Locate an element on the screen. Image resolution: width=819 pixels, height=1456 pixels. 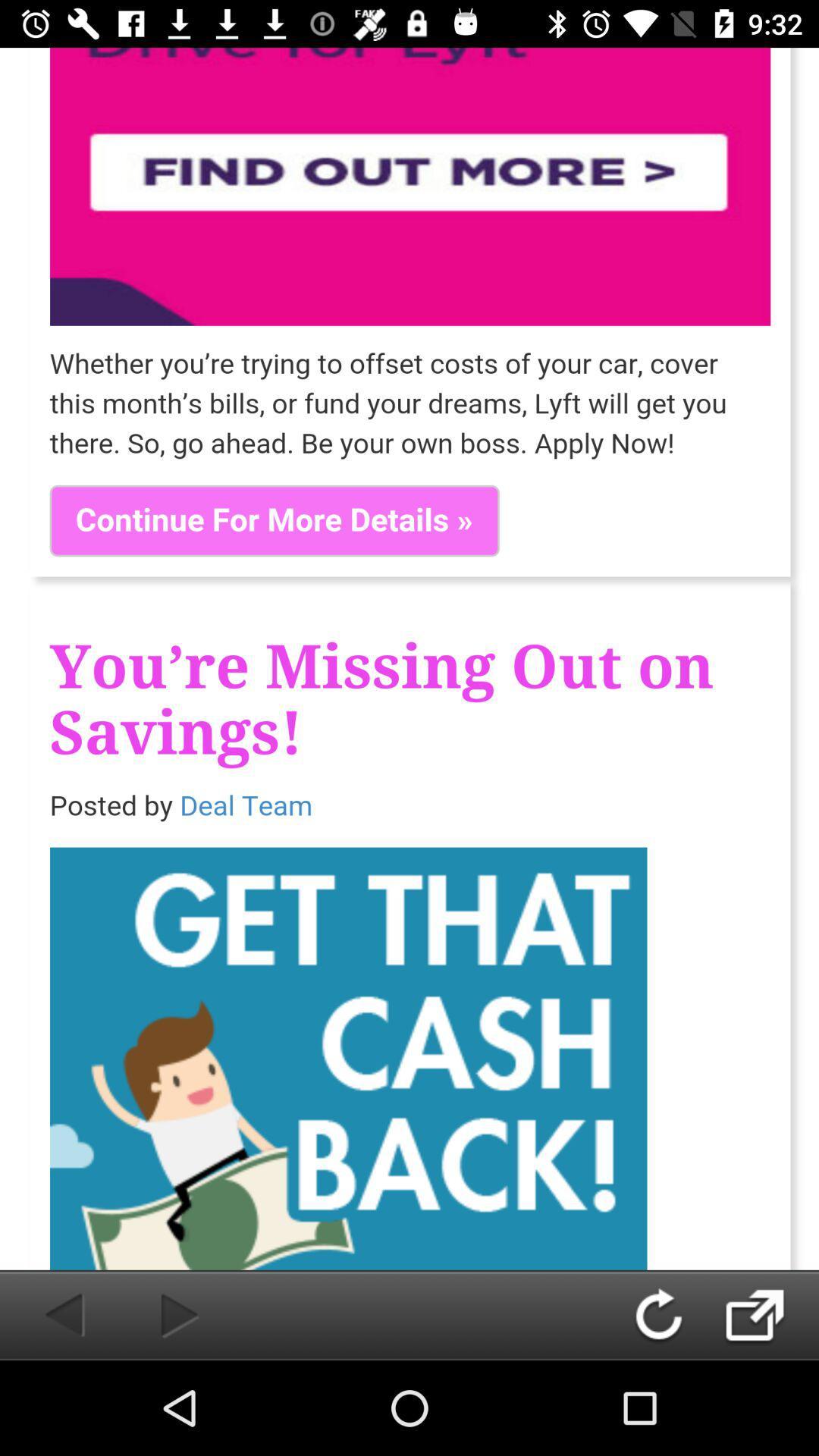
share article is located at coordinates (770, 1314).